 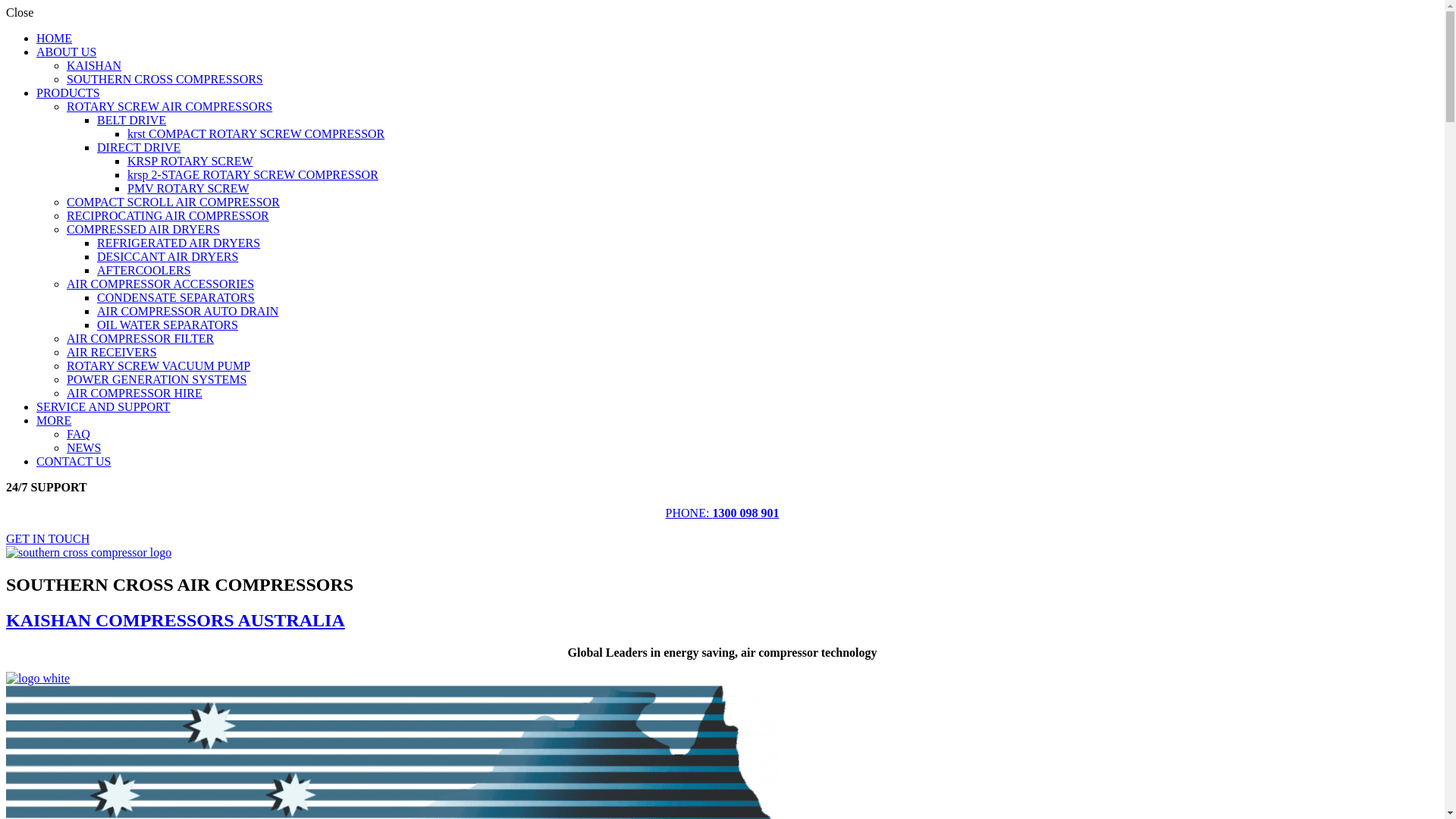 I want to click on 'PMV ROTARY SCREW', so click(x=187, y=187).